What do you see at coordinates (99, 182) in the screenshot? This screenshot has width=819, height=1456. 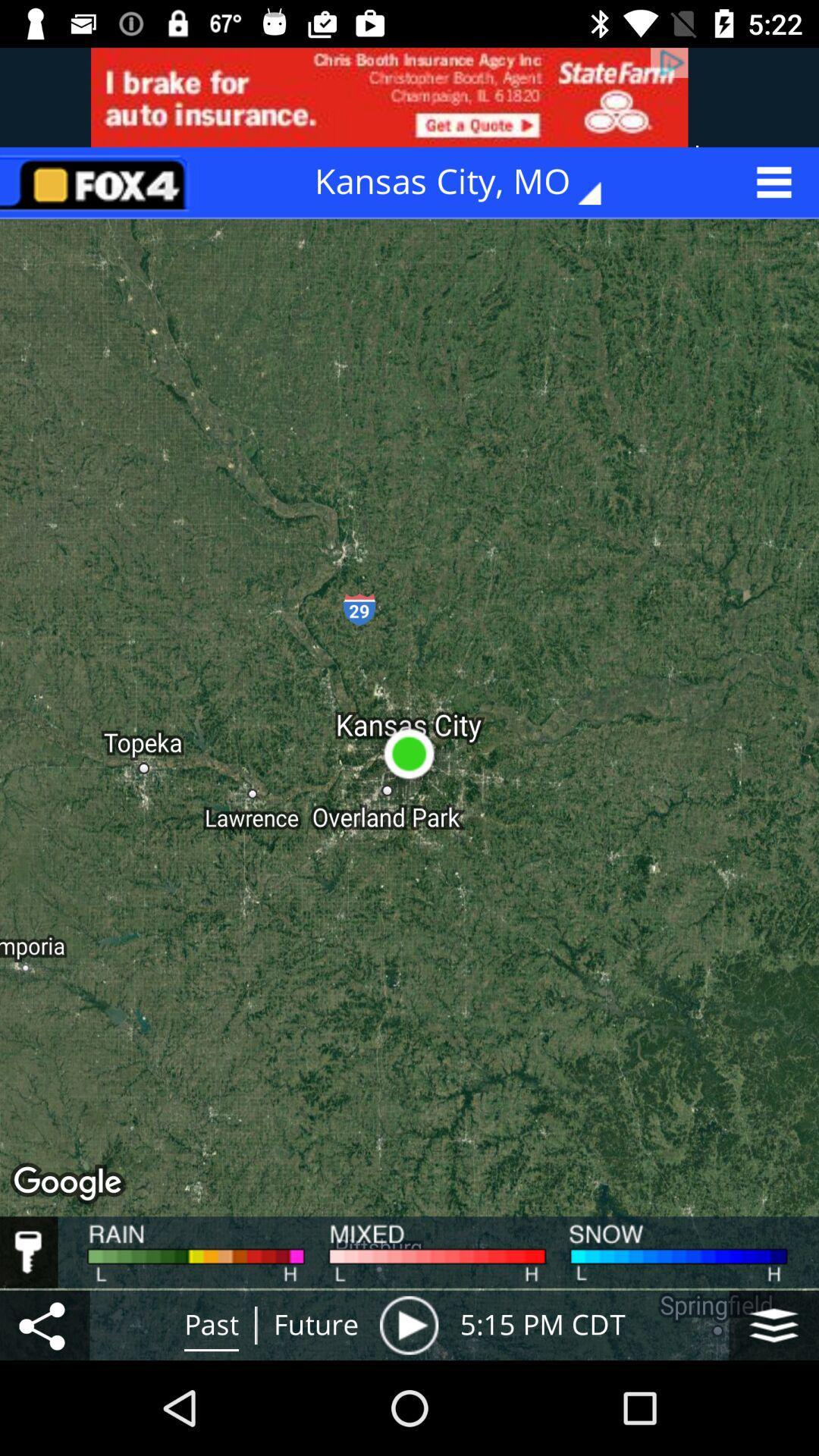 I see `homepage` at bounding box center [99, 182].